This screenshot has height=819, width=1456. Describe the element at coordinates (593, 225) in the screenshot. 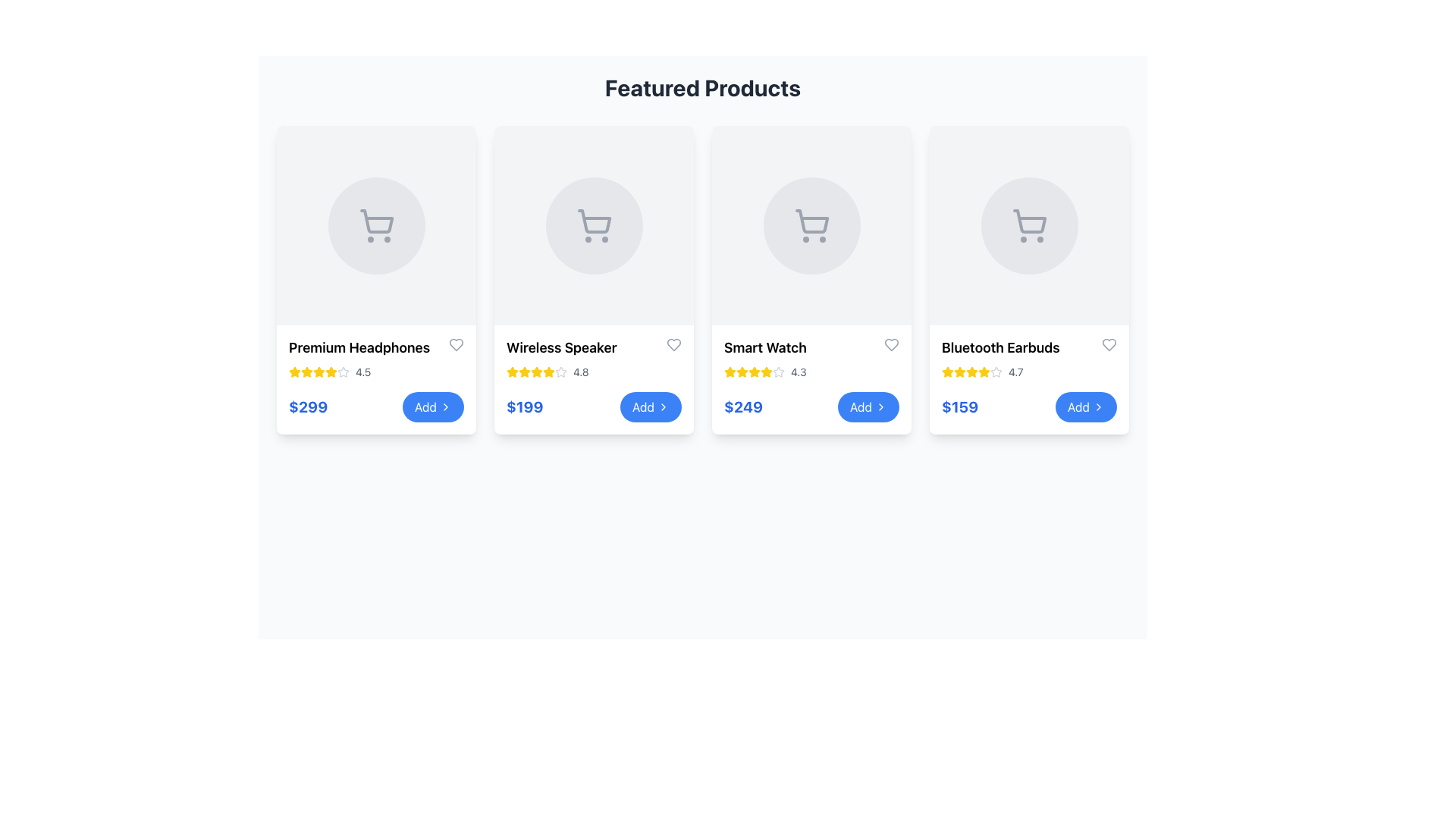

I see `the second shopping cart icon within the 'Wireless Speaker' card, which is styled with a minimalist design and a circular gray background` at that location.